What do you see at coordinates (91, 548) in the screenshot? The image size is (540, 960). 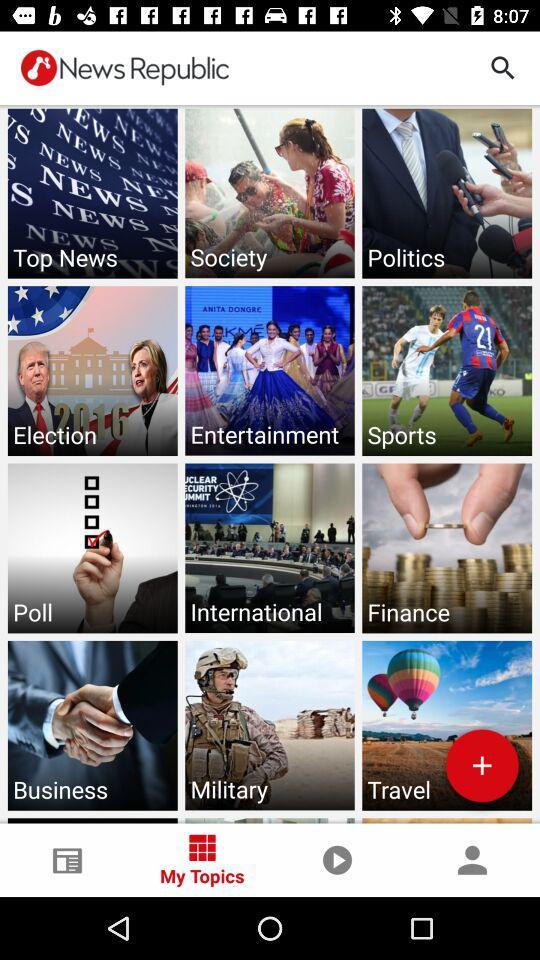 I see `third row first image` at bounding box center [91, 548].